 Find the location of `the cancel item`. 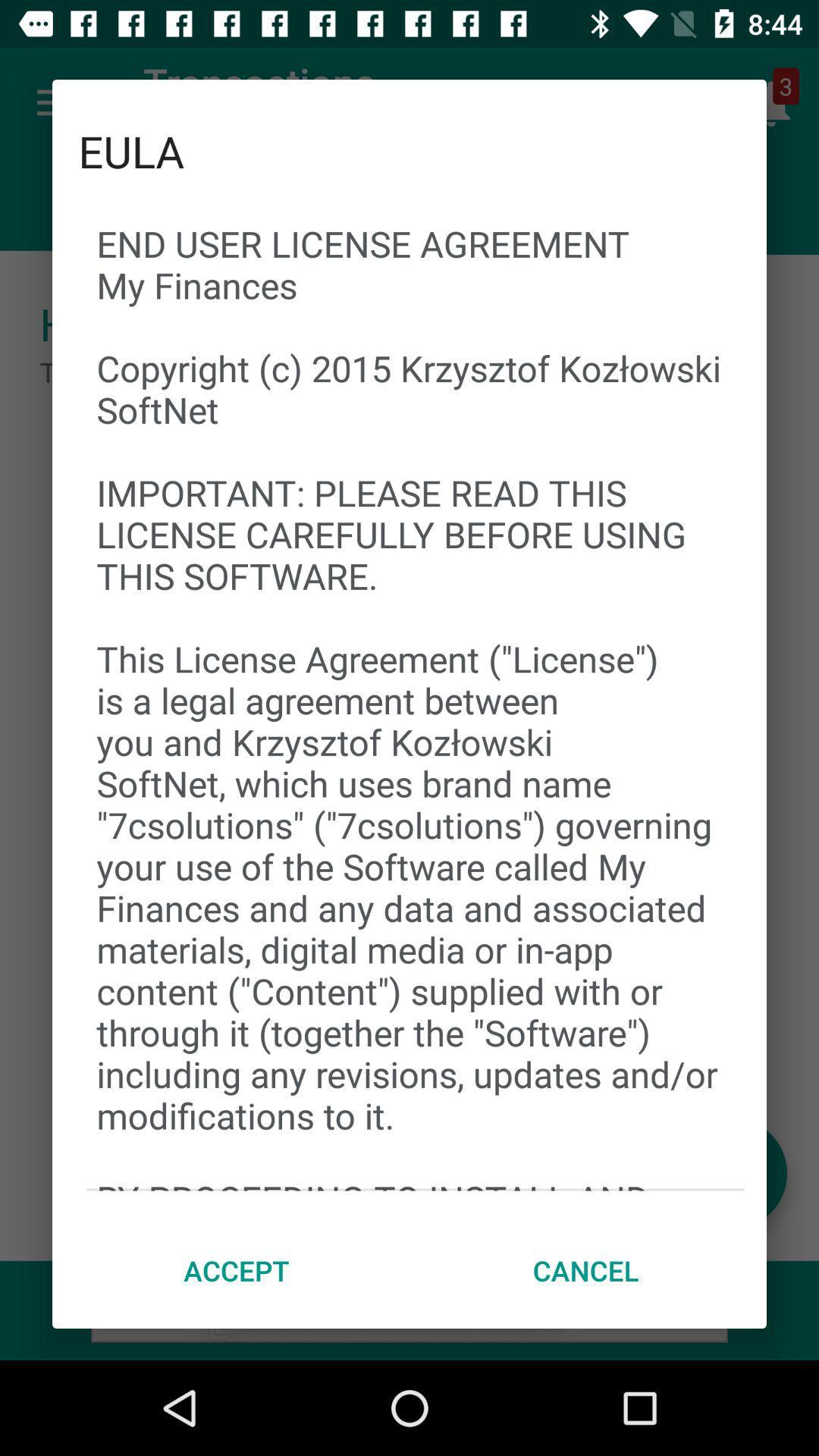

the cancel item is located at coordinates (585, 1270).